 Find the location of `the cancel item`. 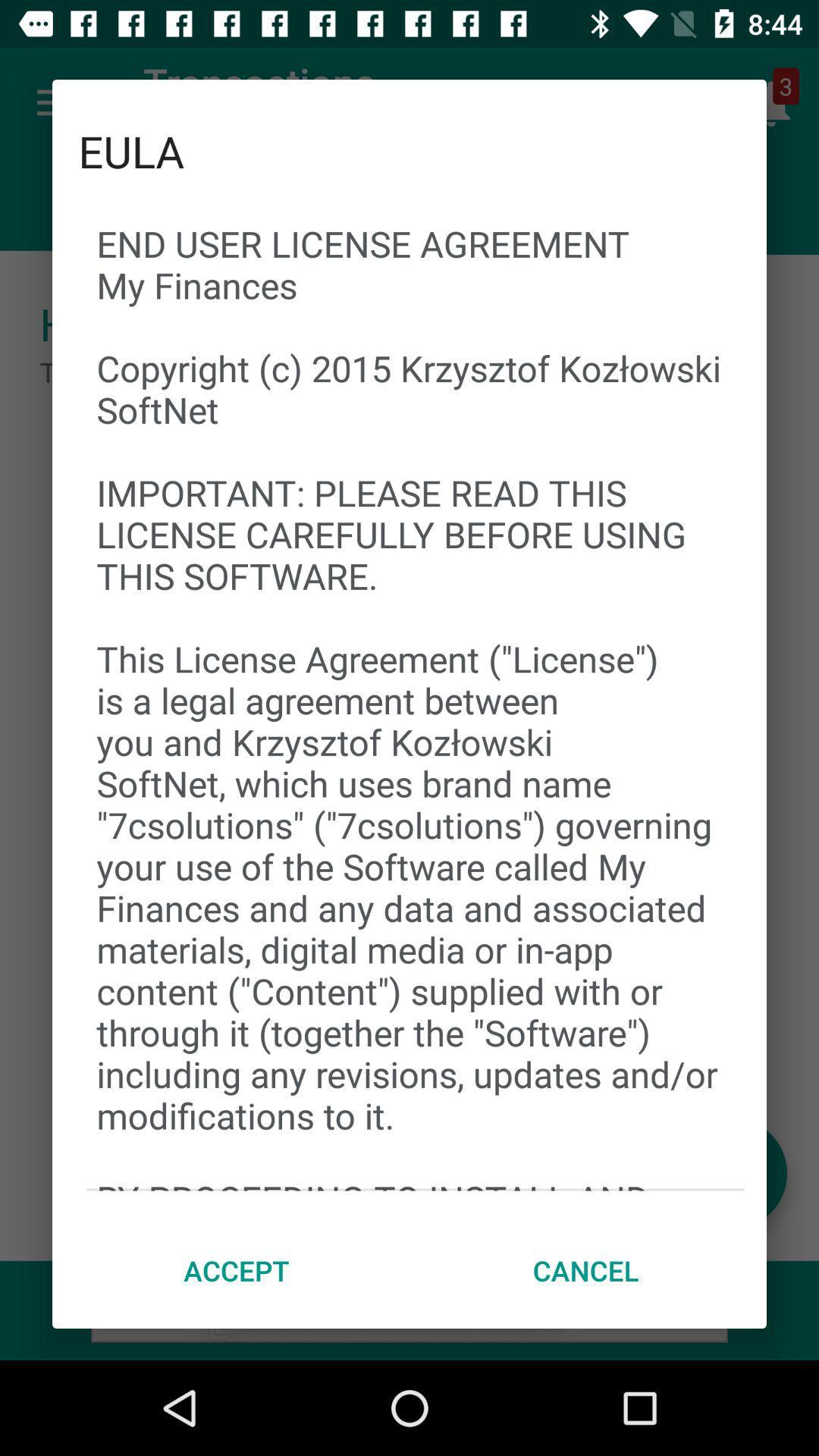

the cancel item is located at coordinates (585, 1270).